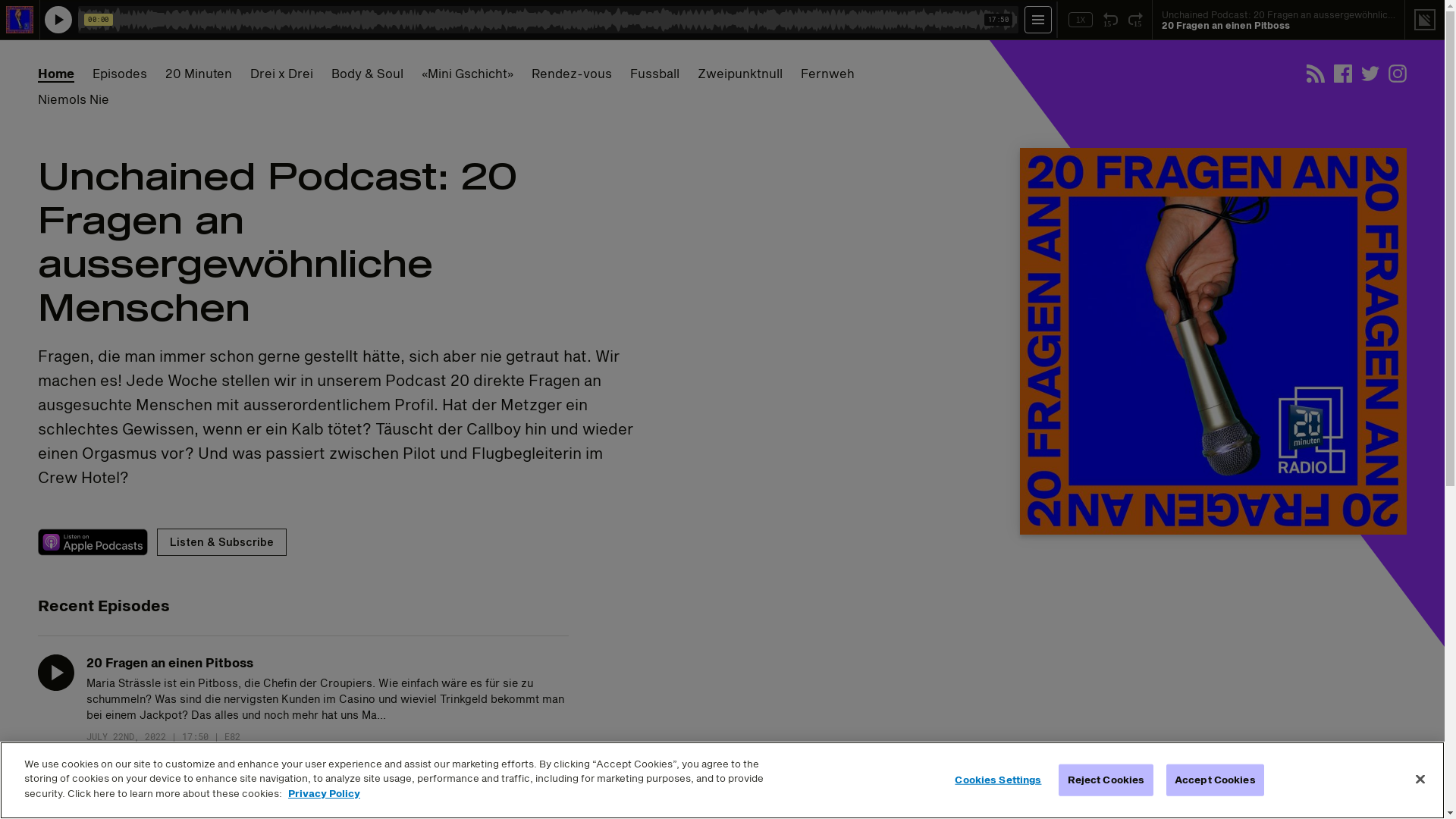 The image size is (1456, 819). Describe the element at coordinates (198, 73) in the screenshot. I see `'20 Minuten'` at that location.